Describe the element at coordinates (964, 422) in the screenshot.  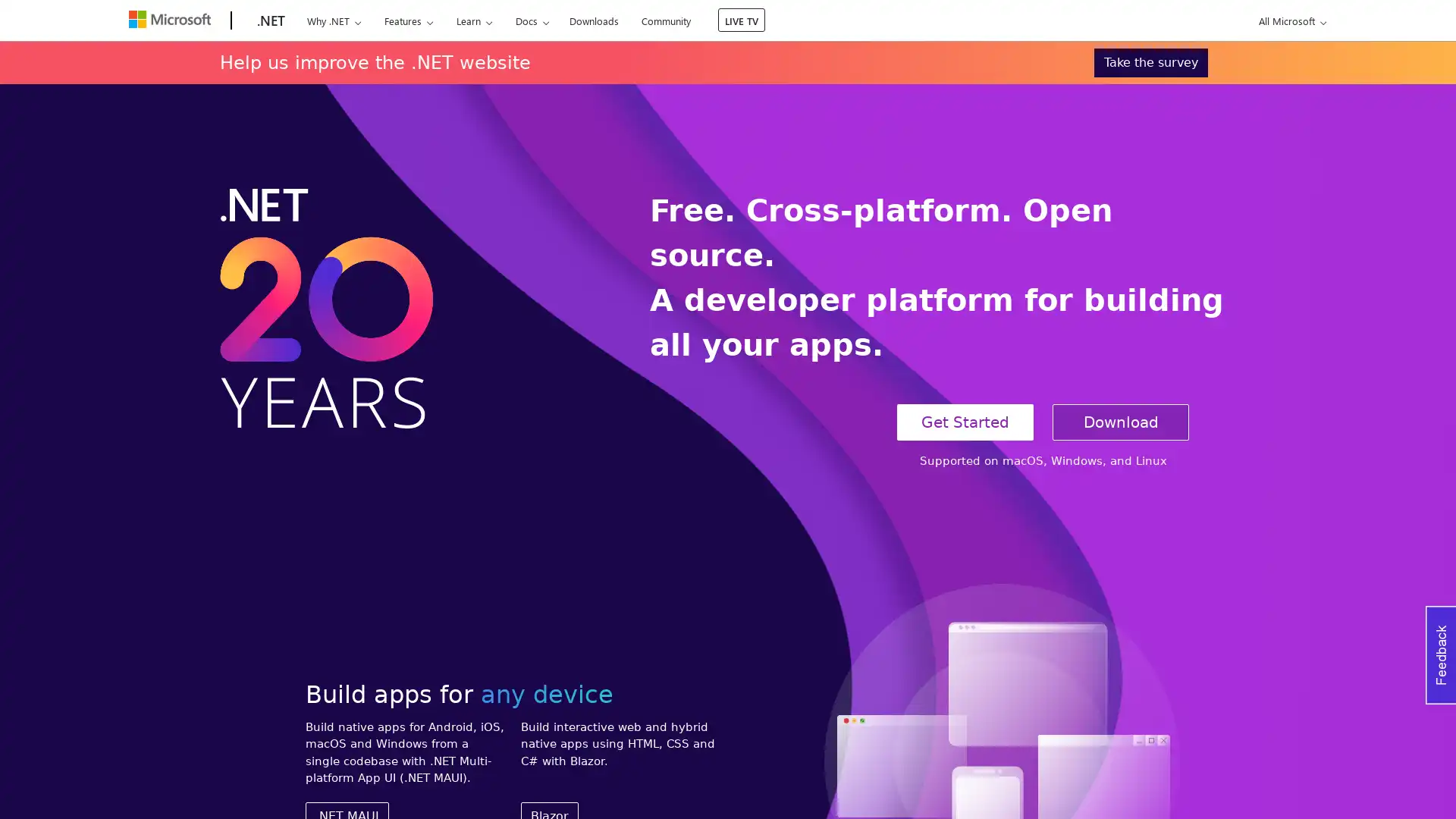
I see `Get Started` at that location.